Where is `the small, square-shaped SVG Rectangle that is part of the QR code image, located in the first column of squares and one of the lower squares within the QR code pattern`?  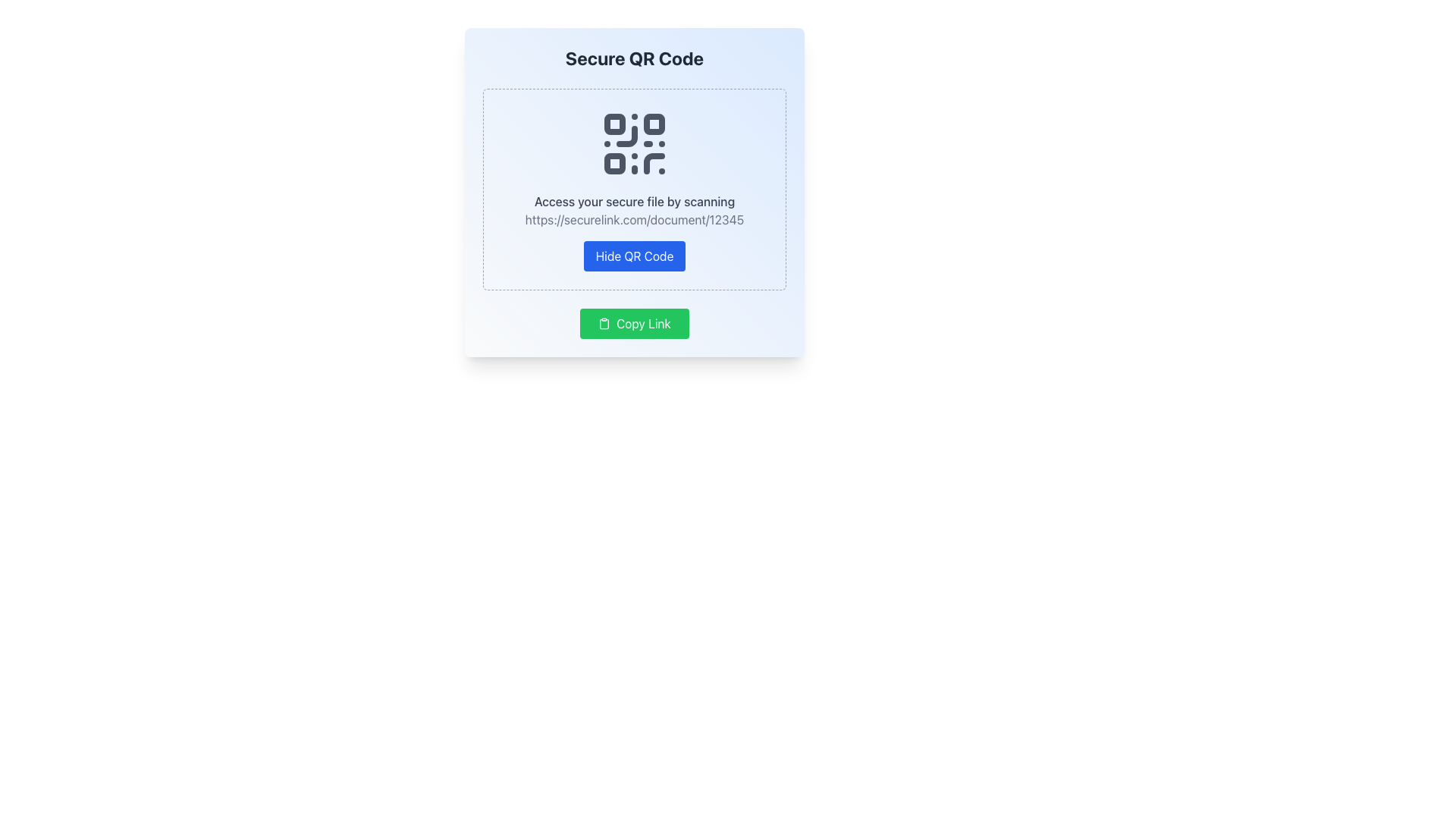 the small, square-shaped SVG Rectangle that is part of the QR code image, located in the first column of squares and one of the lower squares within the QR code pattern is located at coordinates (615, 164).